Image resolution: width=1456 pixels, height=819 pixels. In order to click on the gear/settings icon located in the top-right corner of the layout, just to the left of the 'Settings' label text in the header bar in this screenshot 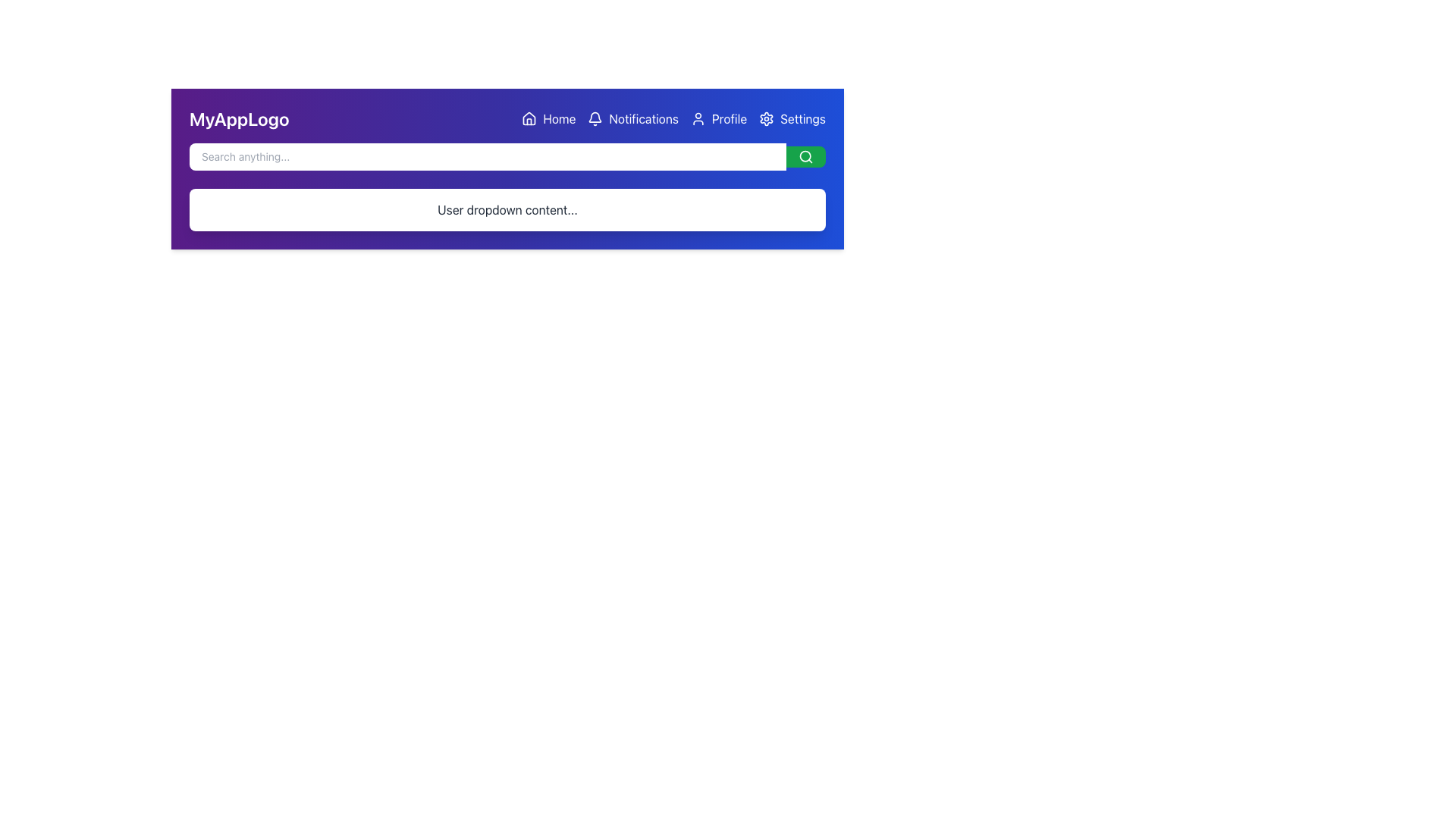, I will do `click(767, 118)`.